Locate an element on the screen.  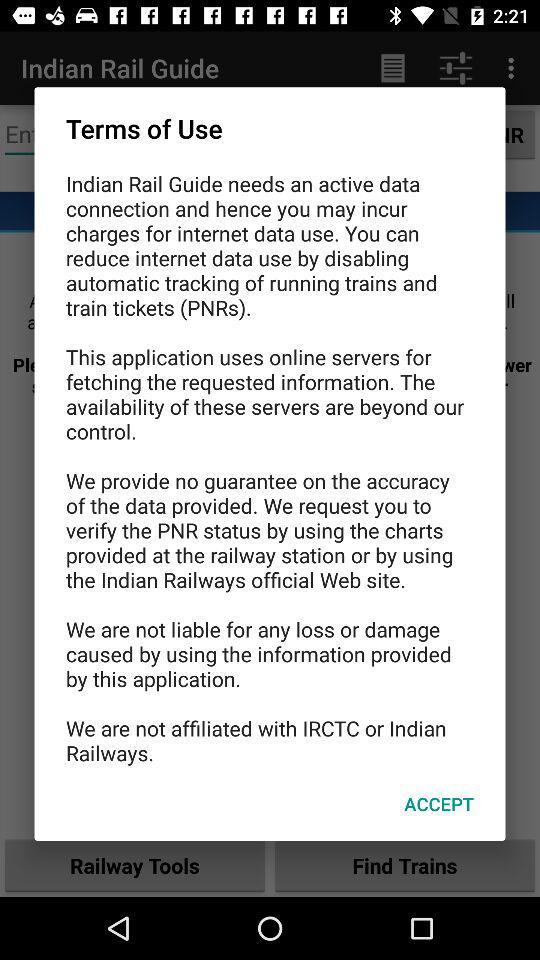
the icon below the indian rail guide is located at coordinates (438, 804).